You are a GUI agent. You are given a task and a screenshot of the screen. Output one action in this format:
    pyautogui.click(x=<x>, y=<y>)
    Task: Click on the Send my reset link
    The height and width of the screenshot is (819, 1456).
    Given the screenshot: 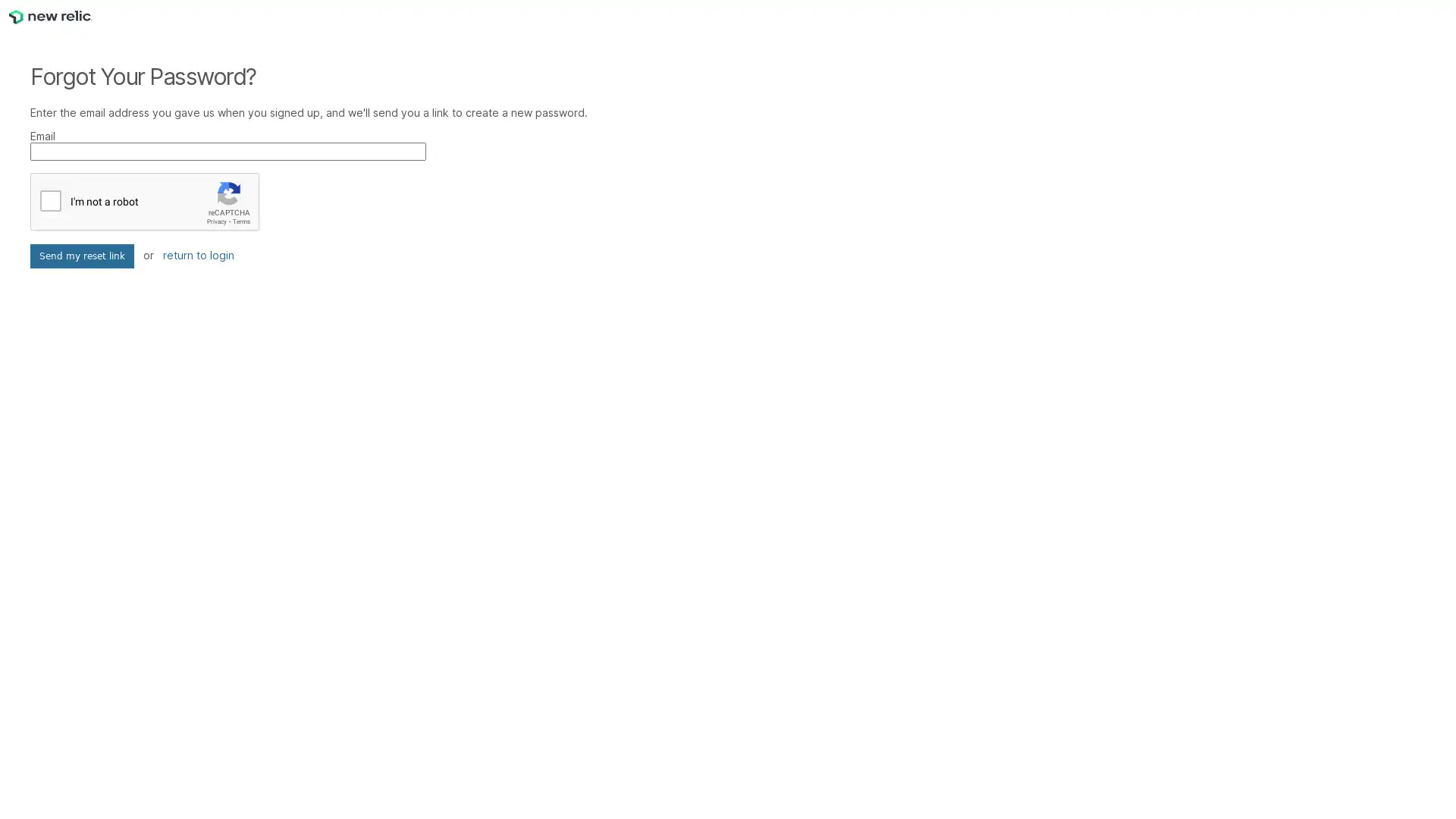 What is the action you would take?
    pyautogui.click(x=81, y=256)
    